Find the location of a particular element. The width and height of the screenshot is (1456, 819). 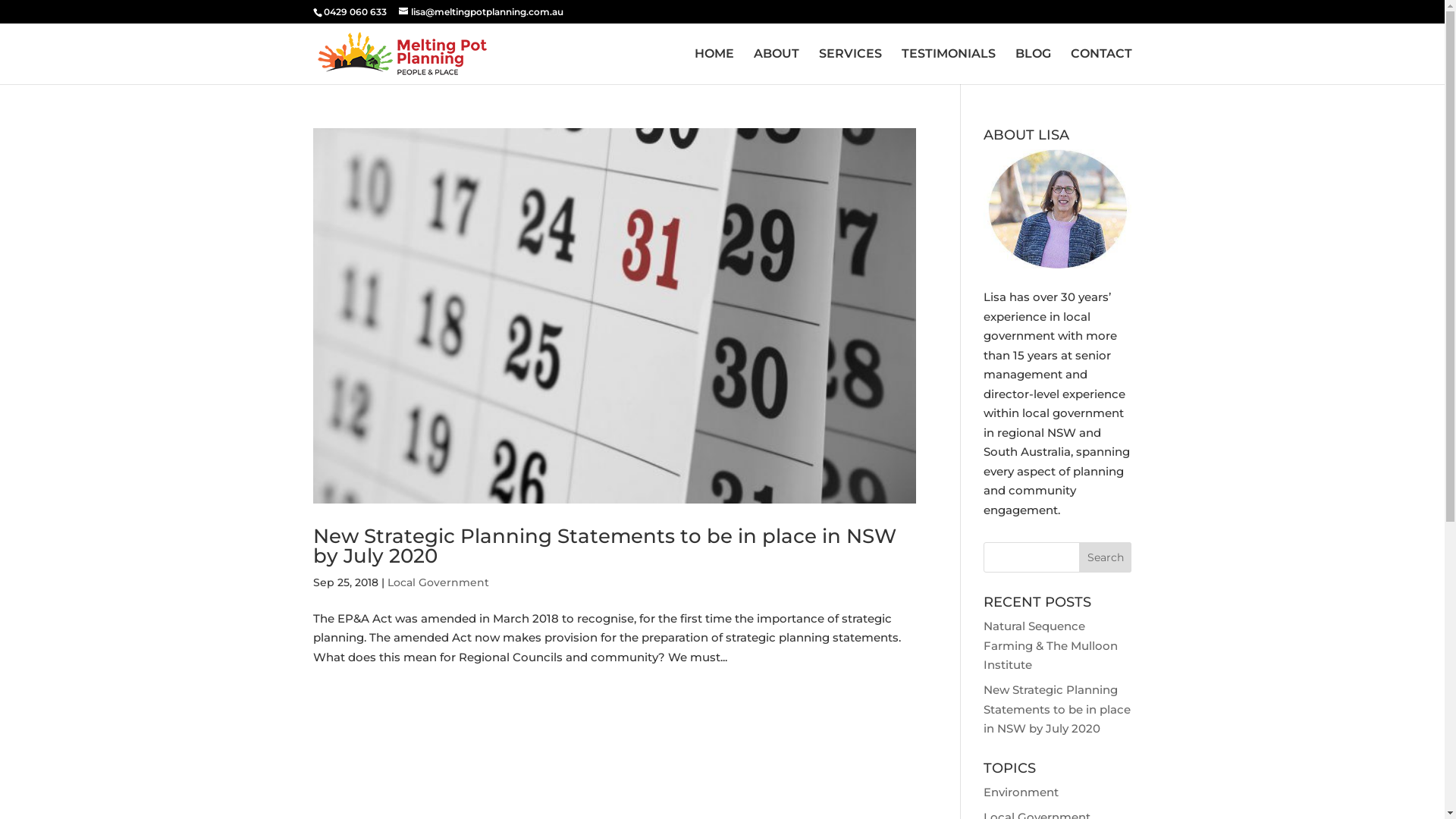

'TESTIMONIALS' is located at coordinates (946, 65).